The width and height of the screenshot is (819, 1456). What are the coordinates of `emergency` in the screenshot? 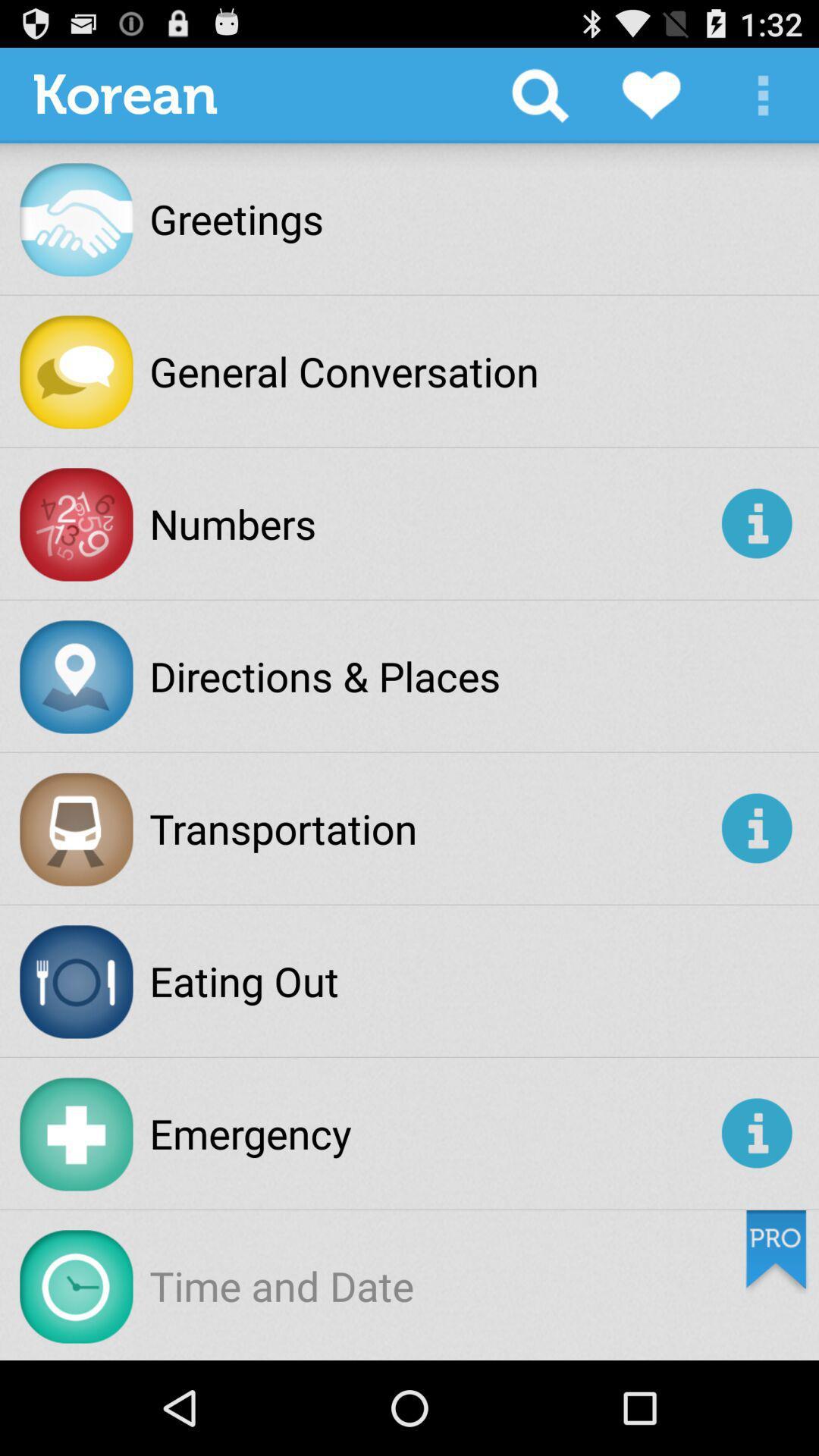 It's located at (432, 1133).